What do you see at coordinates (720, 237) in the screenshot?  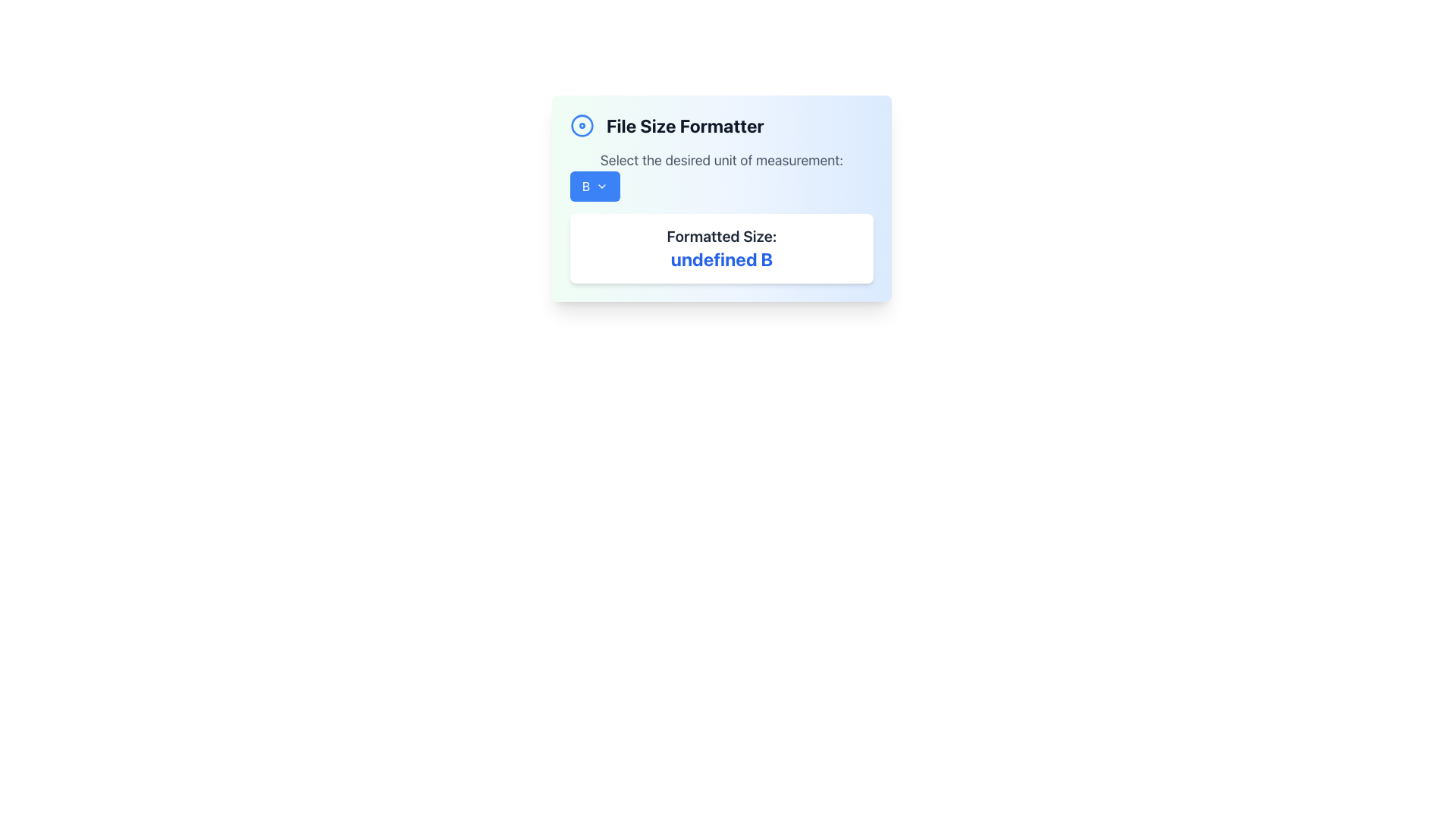 I see `the text label displaying 'Formatted Size:' in a bold font style with a light gray color, located at the top of a group within a white, rounded rectangular box` at bounding box center [720, 237].